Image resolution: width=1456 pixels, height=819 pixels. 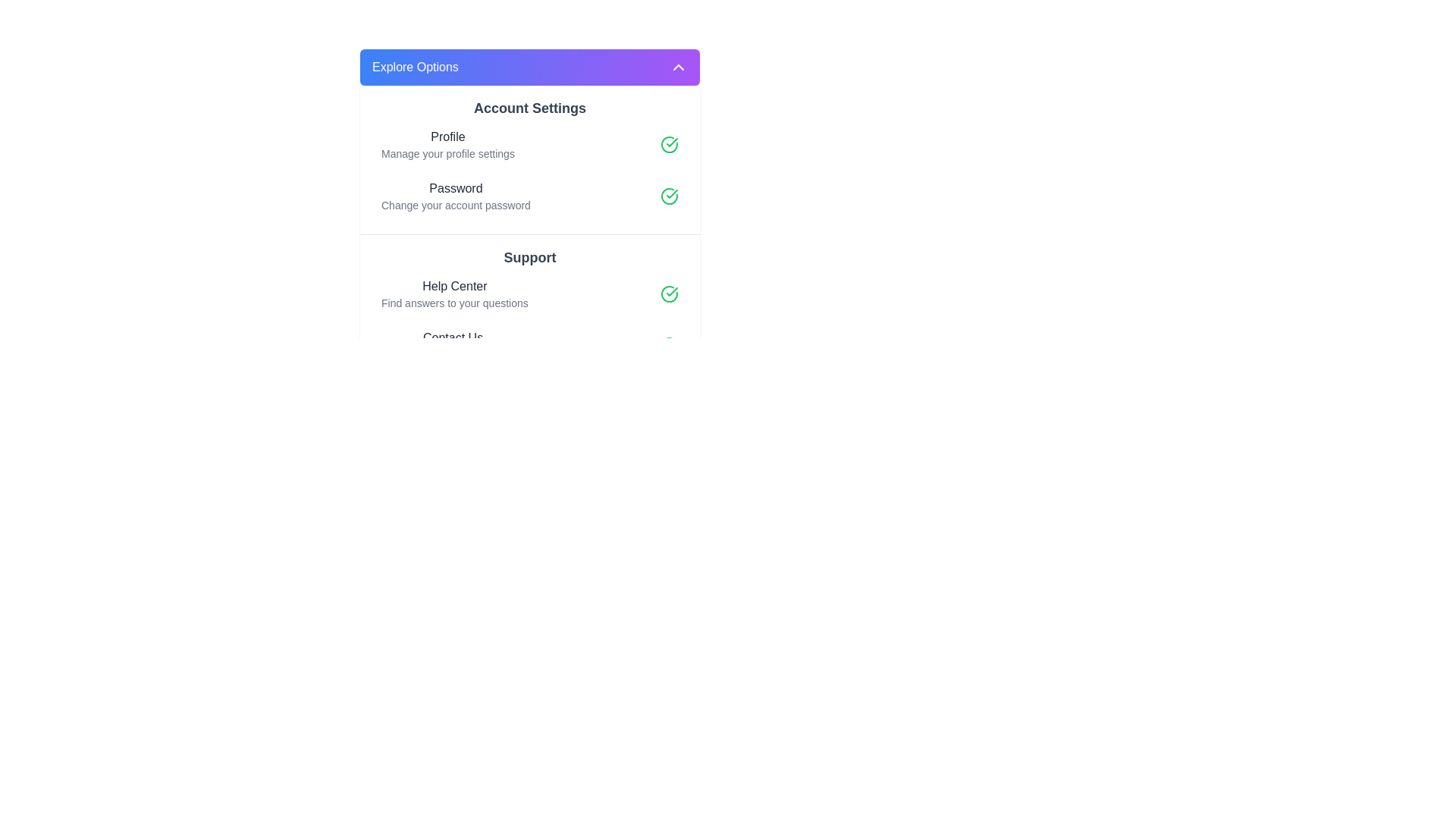 What do you see at coordinates (669, 294) in the screenshot?
I see `the Checkmark in Circle icon located to the right of the 'Help Center' section in the 'Support' category, adjacent to the text 'Find answers to your questions.'` at bounding box center [669, 294].